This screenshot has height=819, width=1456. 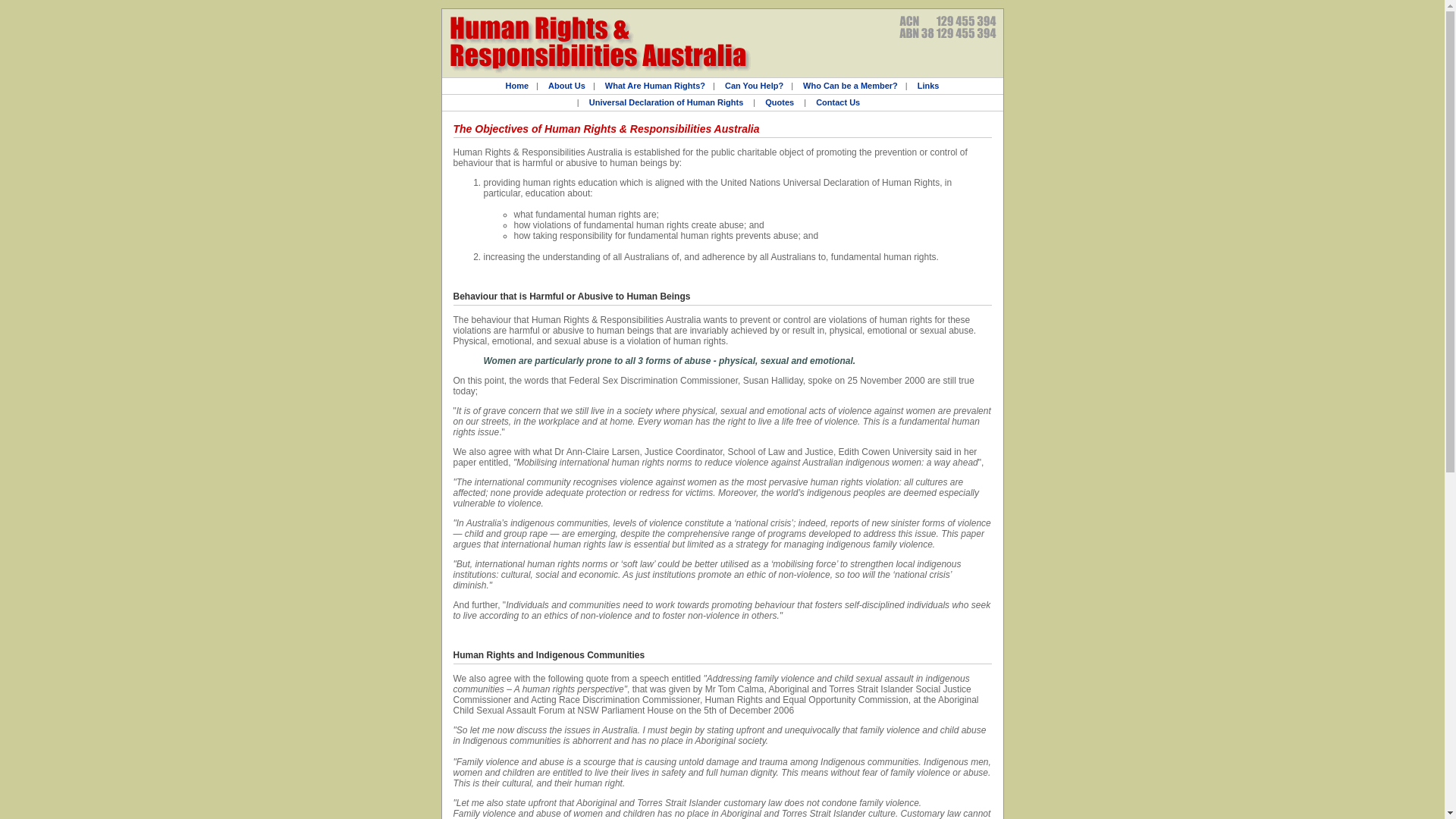 I want to click on 'Can You Help?', so click(x=754, y=85).